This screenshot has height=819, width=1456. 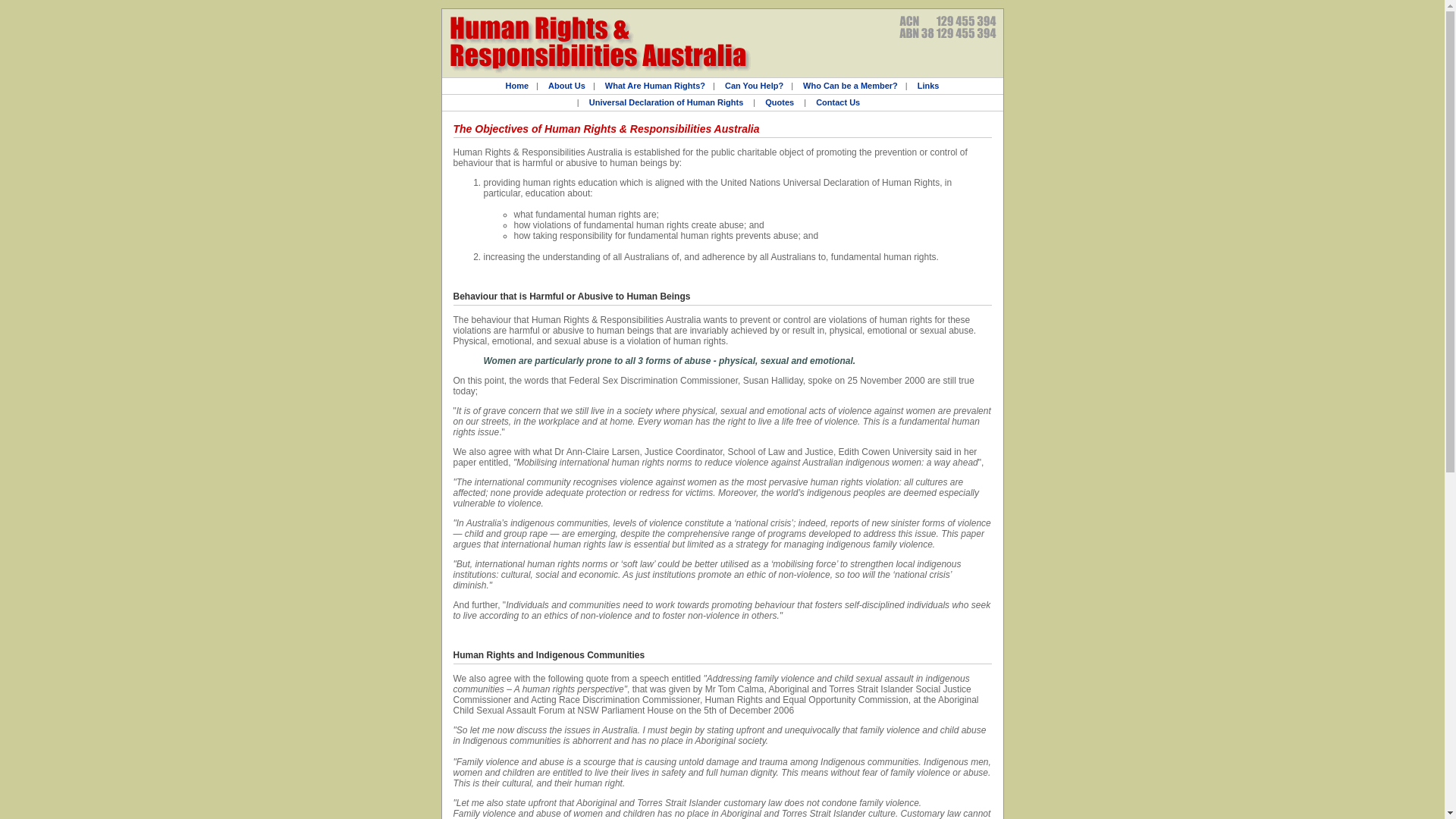 I want to click on 'Can You Help?', so click(x=754, y=85).